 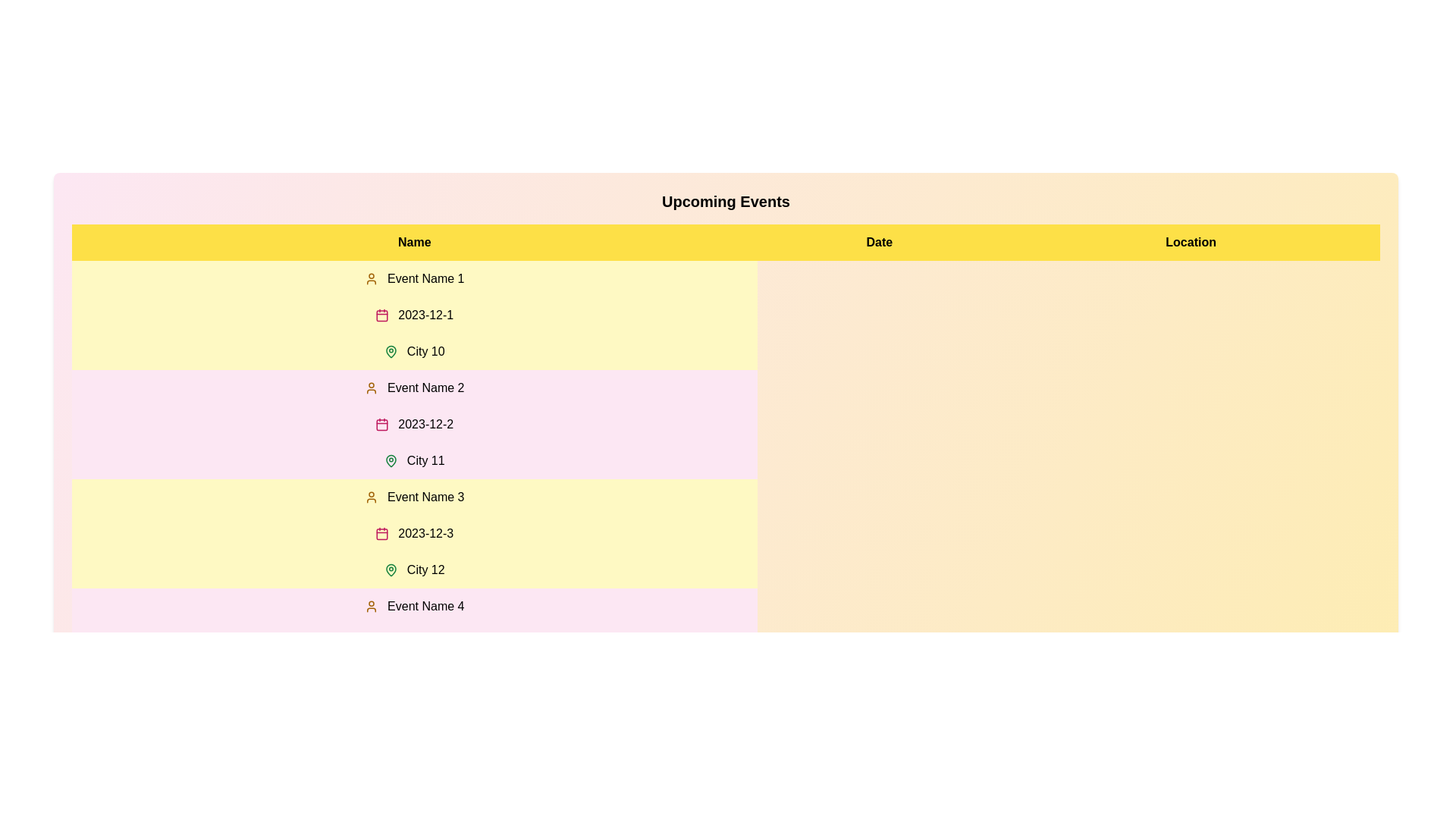 I want to click on the user icon in the first row to view its representation, so click(x=371, y=278).